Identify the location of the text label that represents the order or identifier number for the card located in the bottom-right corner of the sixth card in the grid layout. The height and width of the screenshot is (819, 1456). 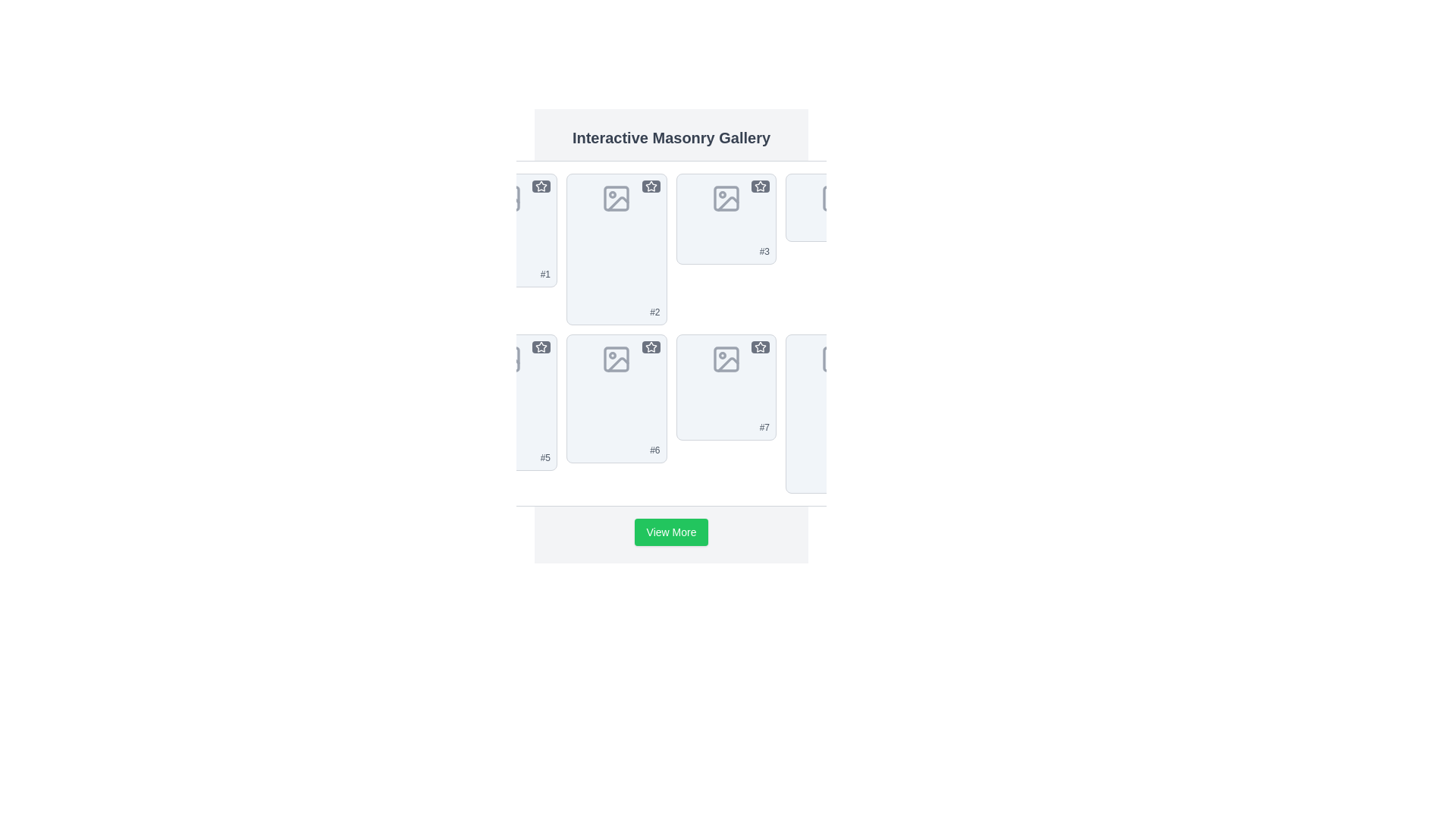
(764, 427).